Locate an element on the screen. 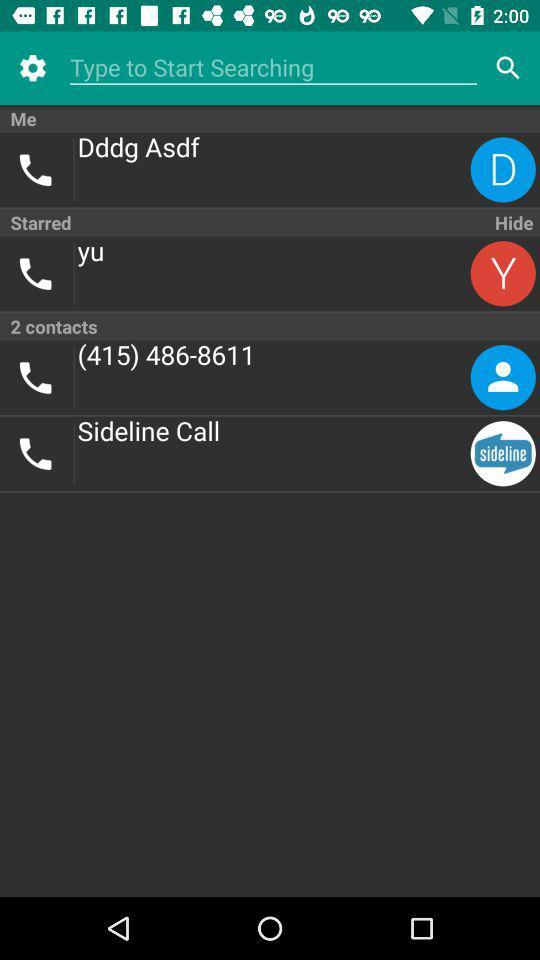  the settings icon is located at coordinates (31, 68).